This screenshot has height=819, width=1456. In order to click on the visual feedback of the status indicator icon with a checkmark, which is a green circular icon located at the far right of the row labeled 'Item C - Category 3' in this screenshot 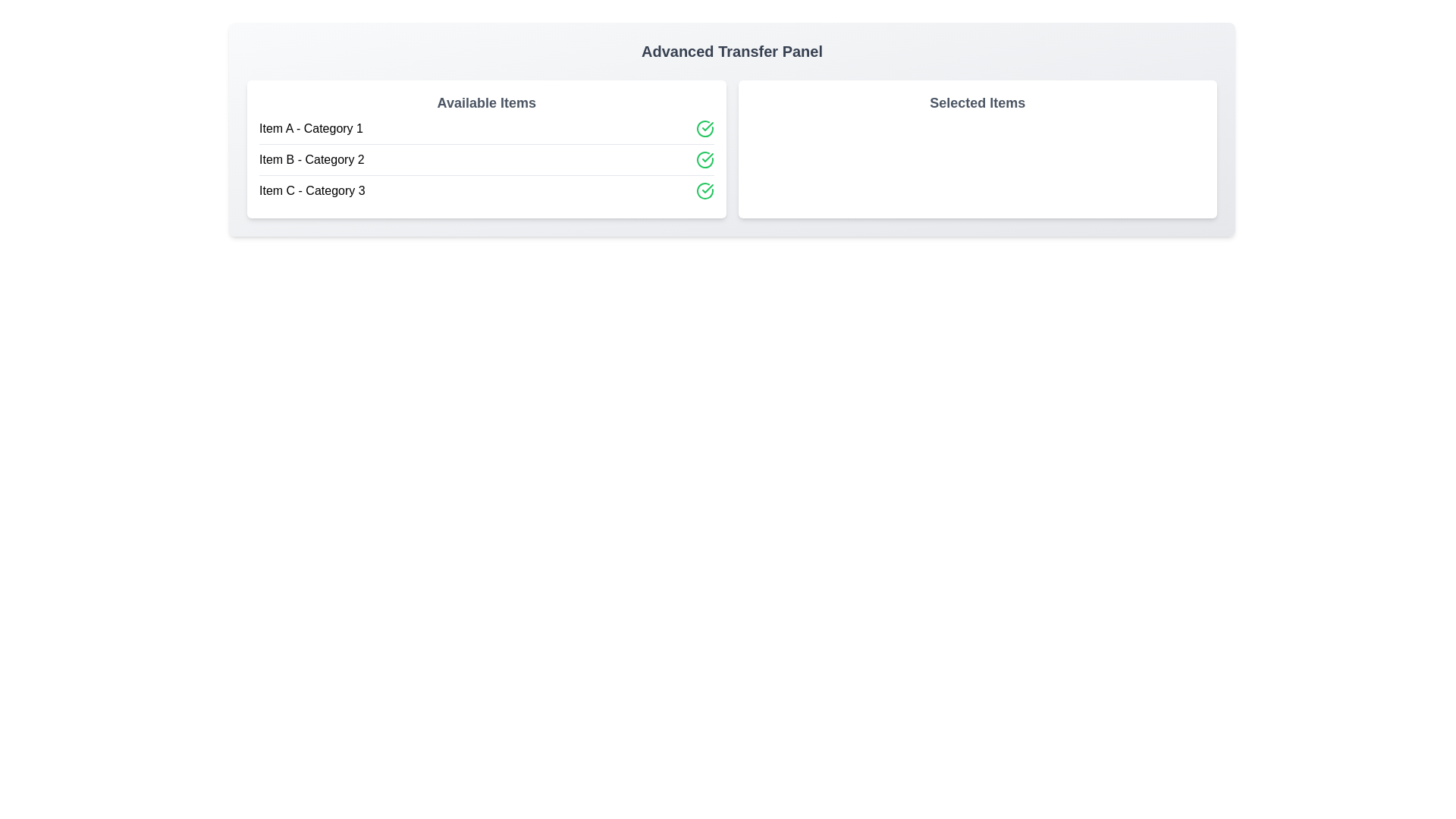, I will do `click(704, 190)`.